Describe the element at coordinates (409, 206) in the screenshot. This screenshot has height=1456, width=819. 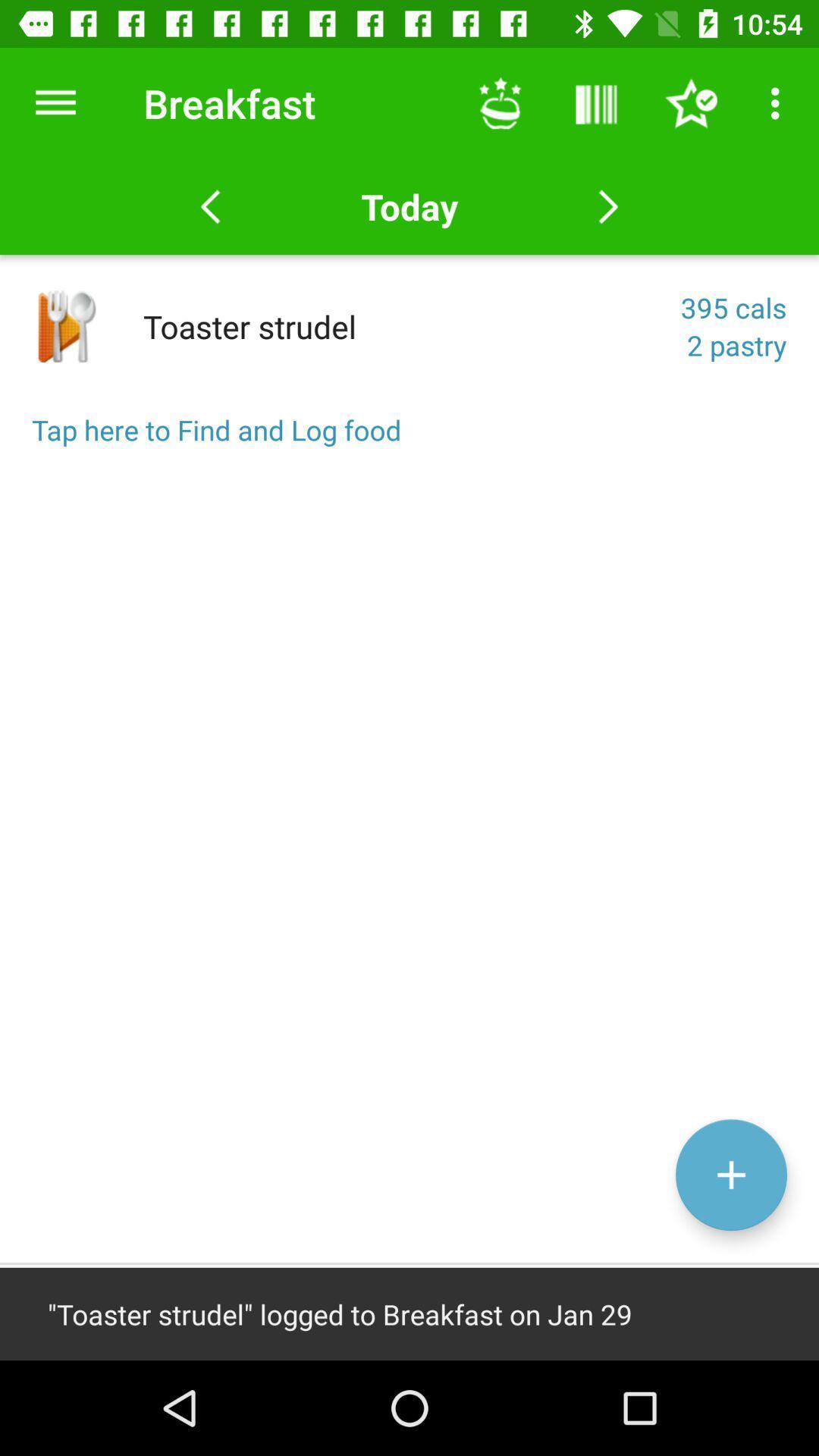
I see `the option today on the web page` at that location.